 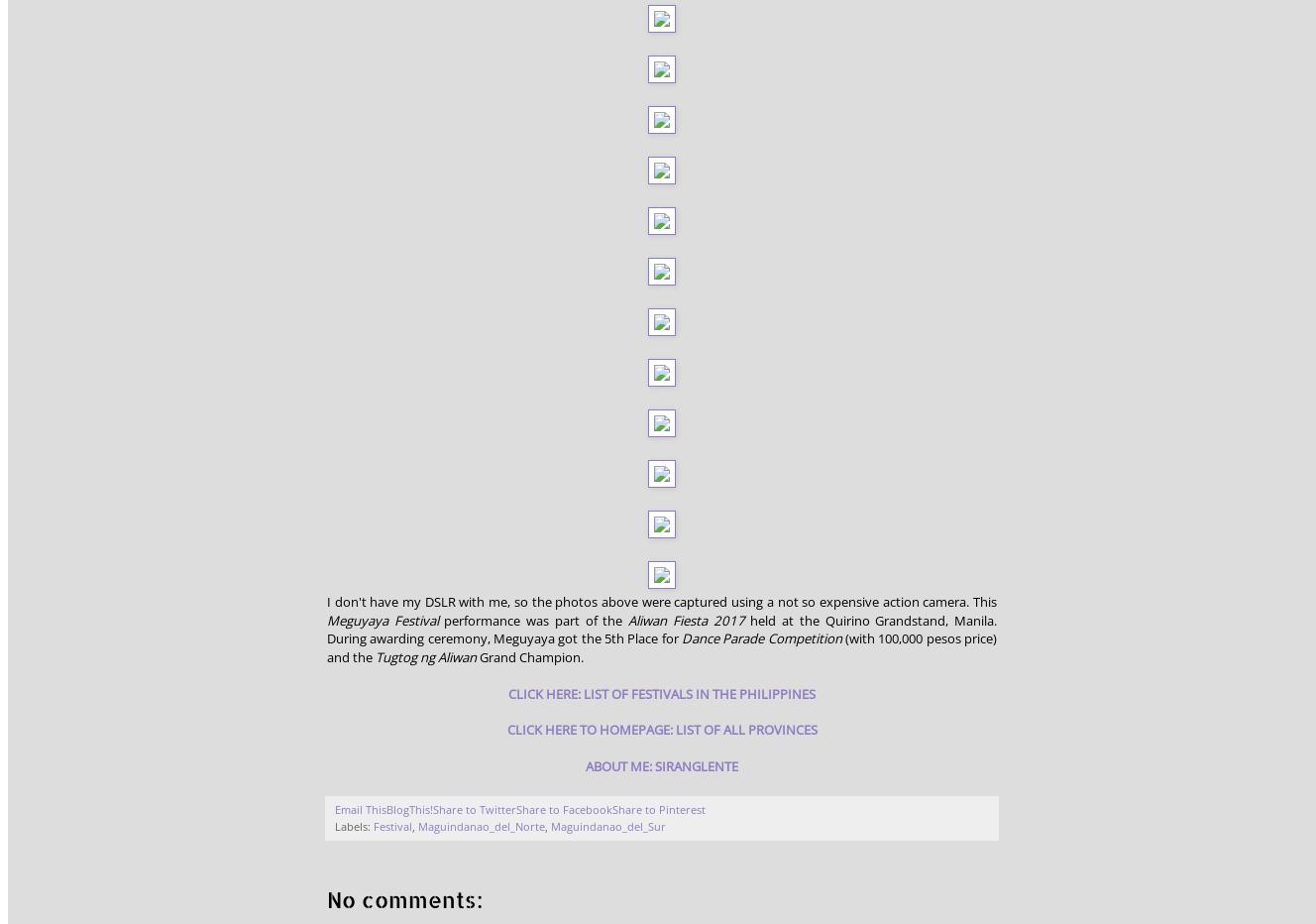 I want to click on 'Share to Facebook', so click(x=563, y=808).